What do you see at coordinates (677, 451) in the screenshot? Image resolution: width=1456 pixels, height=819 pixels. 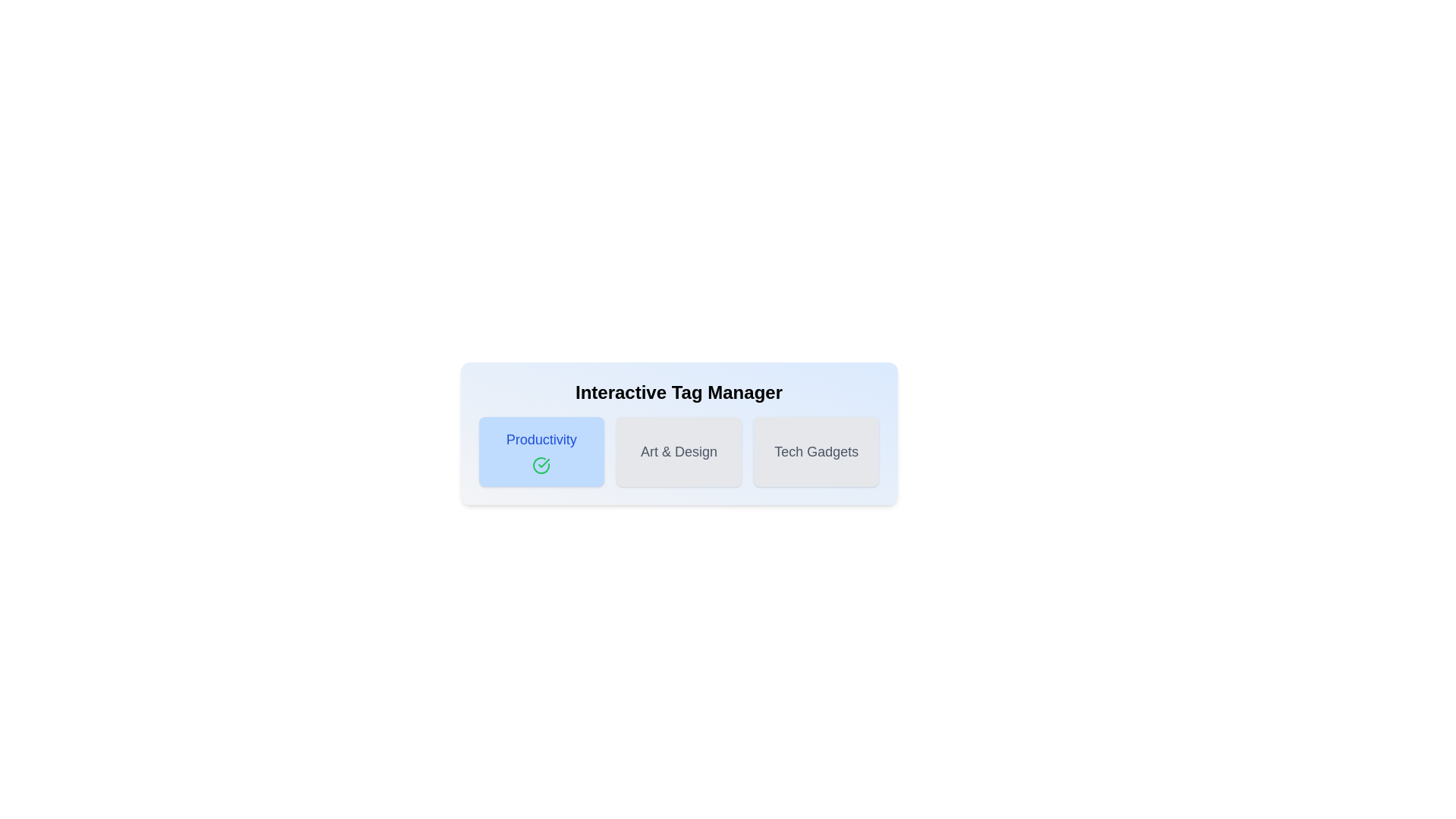 I see `the button labeled 'Art & Design' to observe its hover effect` at bounding box center [677, 451].